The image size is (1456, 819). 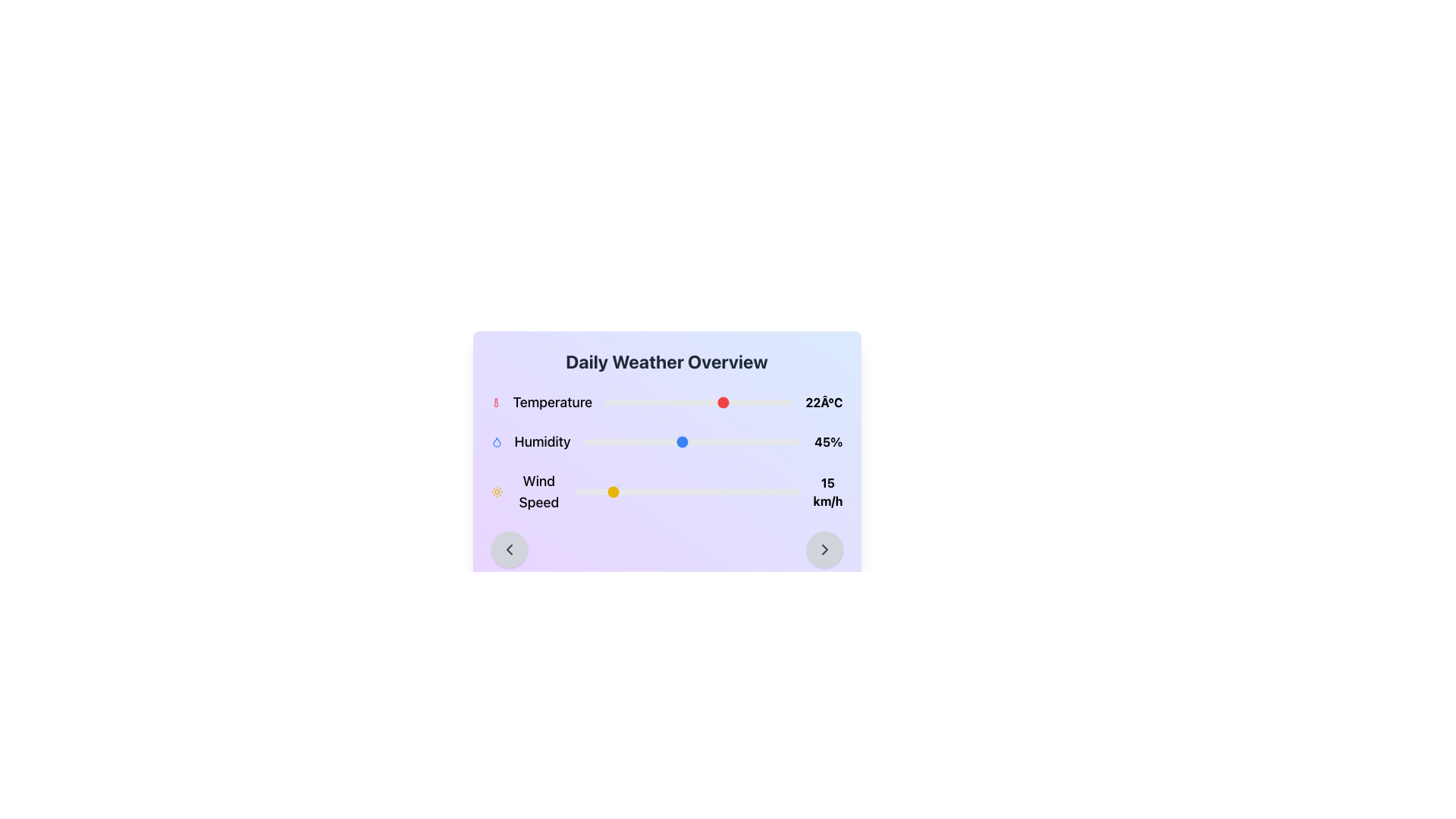 I want to click on the blue droplet icon that represents humidity in the weather application, located to the left of the 'Humidity' text in the second row of the weather information panel, so click(x=496, y=441).